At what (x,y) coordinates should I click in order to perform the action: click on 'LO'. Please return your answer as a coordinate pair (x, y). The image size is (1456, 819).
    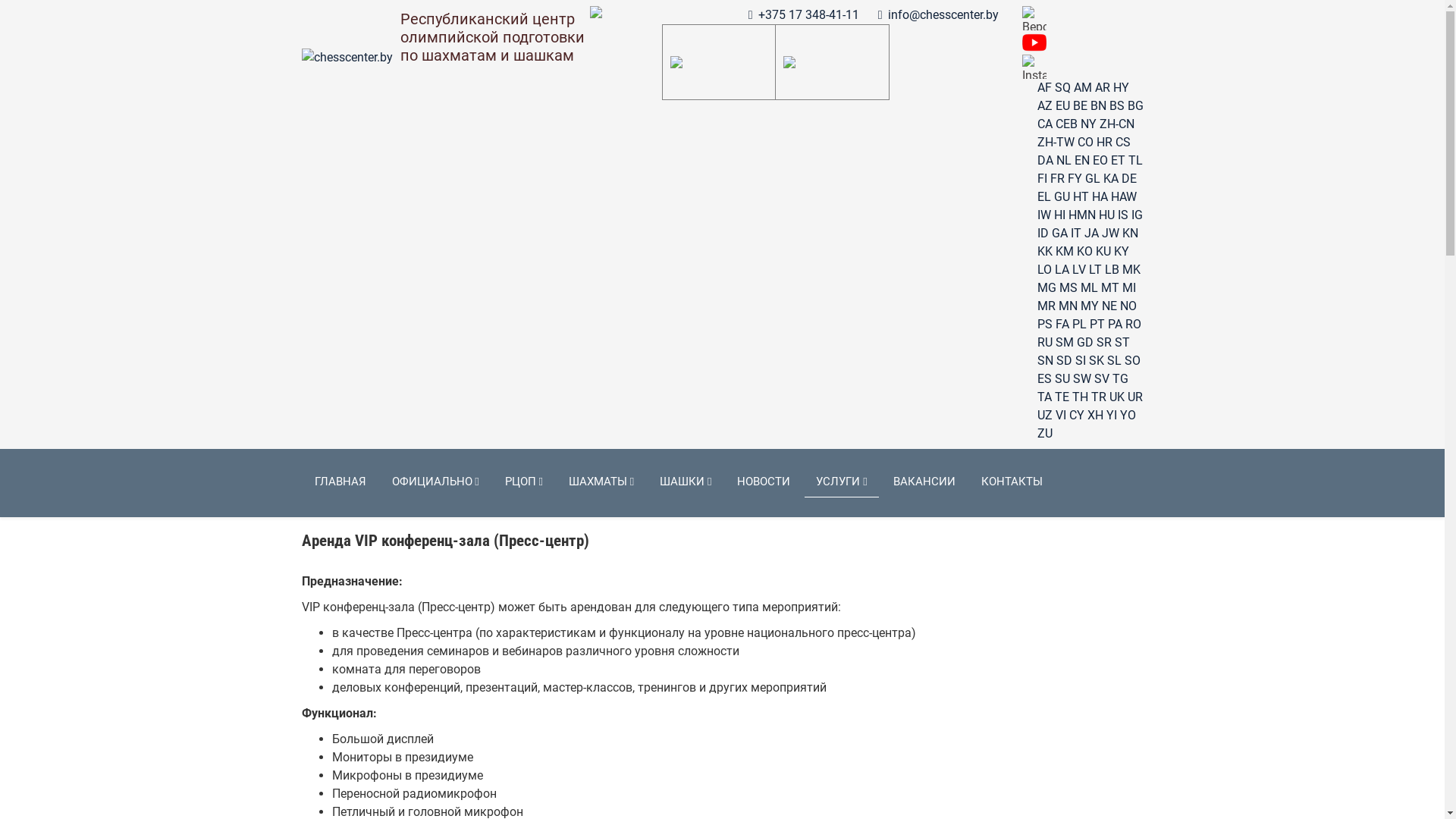
    Looking at the image, I should click on (1043, 268).